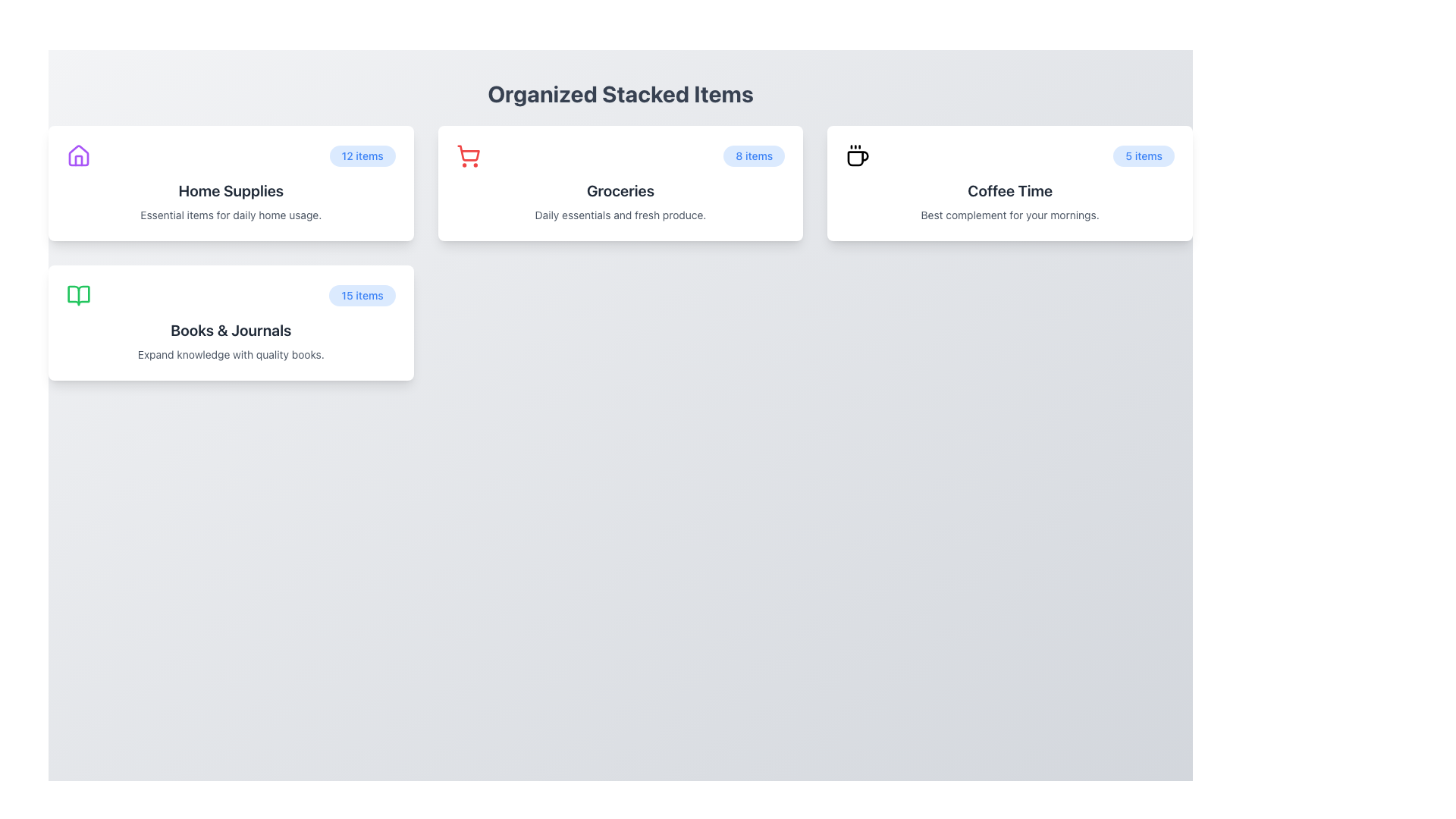 The width and height of the screenshot is (1456, 819). What do you see at coordinates (858, 155) in the screenshot?
I see `the coffee cup icon located to the left of the 'Coffee Time' text in the Coffee Time category section` at bounding box center [858, 155].